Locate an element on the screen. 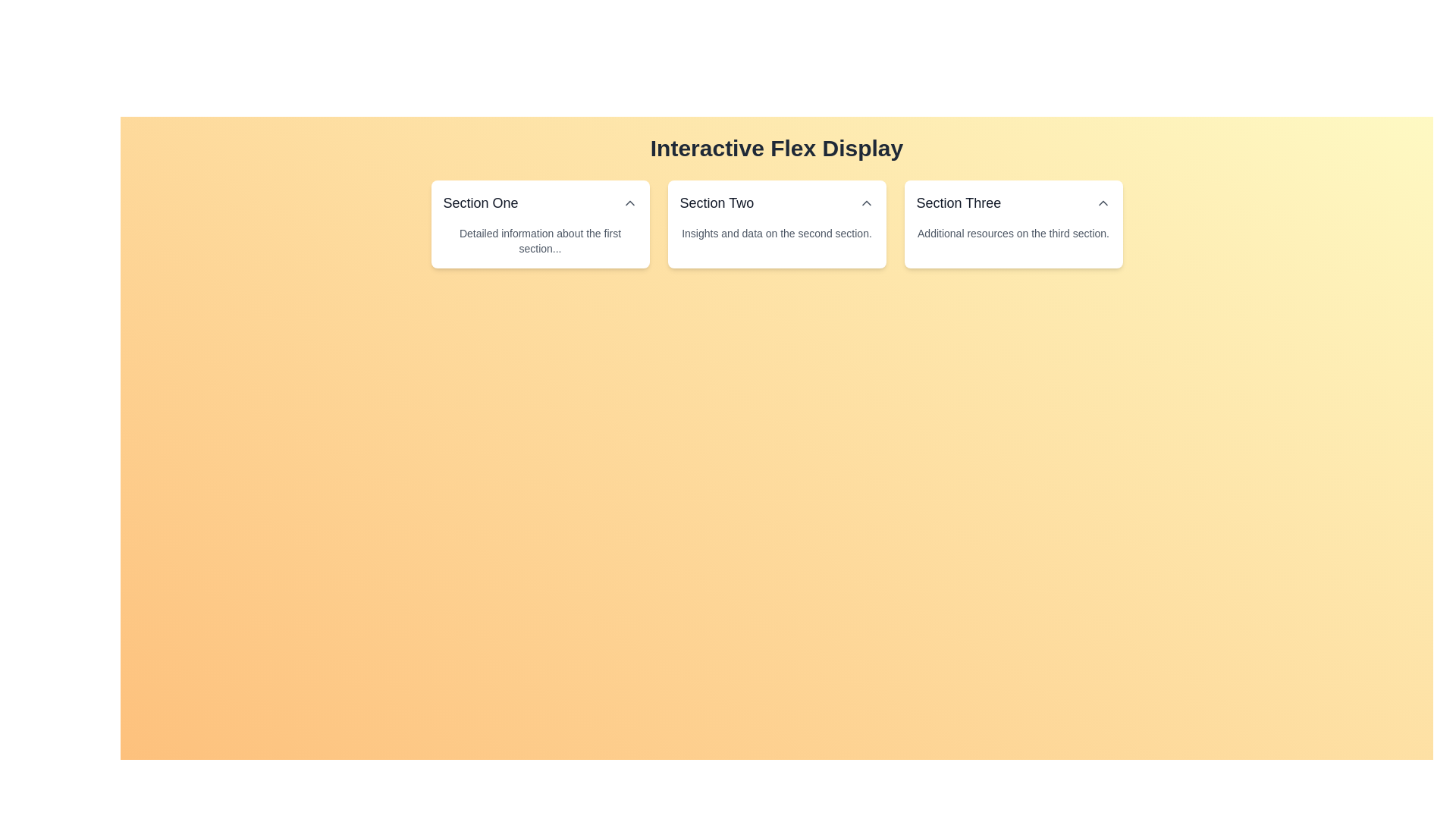  the upward-pointing chevron icon at the top-right corner of the 'Section Three' card is located at coordinates (1103, 202).